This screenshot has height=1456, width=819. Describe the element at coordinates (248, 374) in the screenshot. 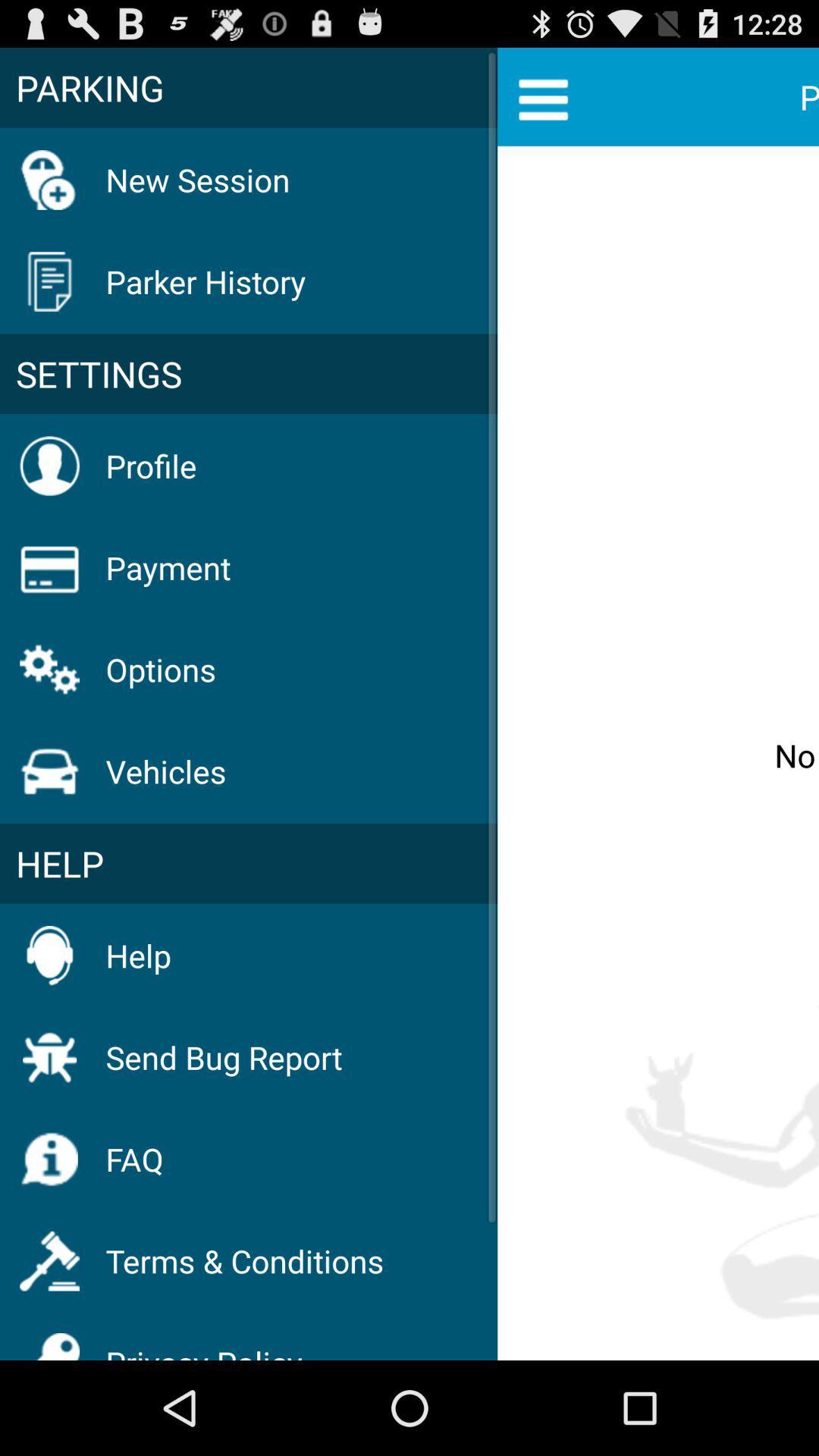

I see `icon to the left of no parking history item` at that location.